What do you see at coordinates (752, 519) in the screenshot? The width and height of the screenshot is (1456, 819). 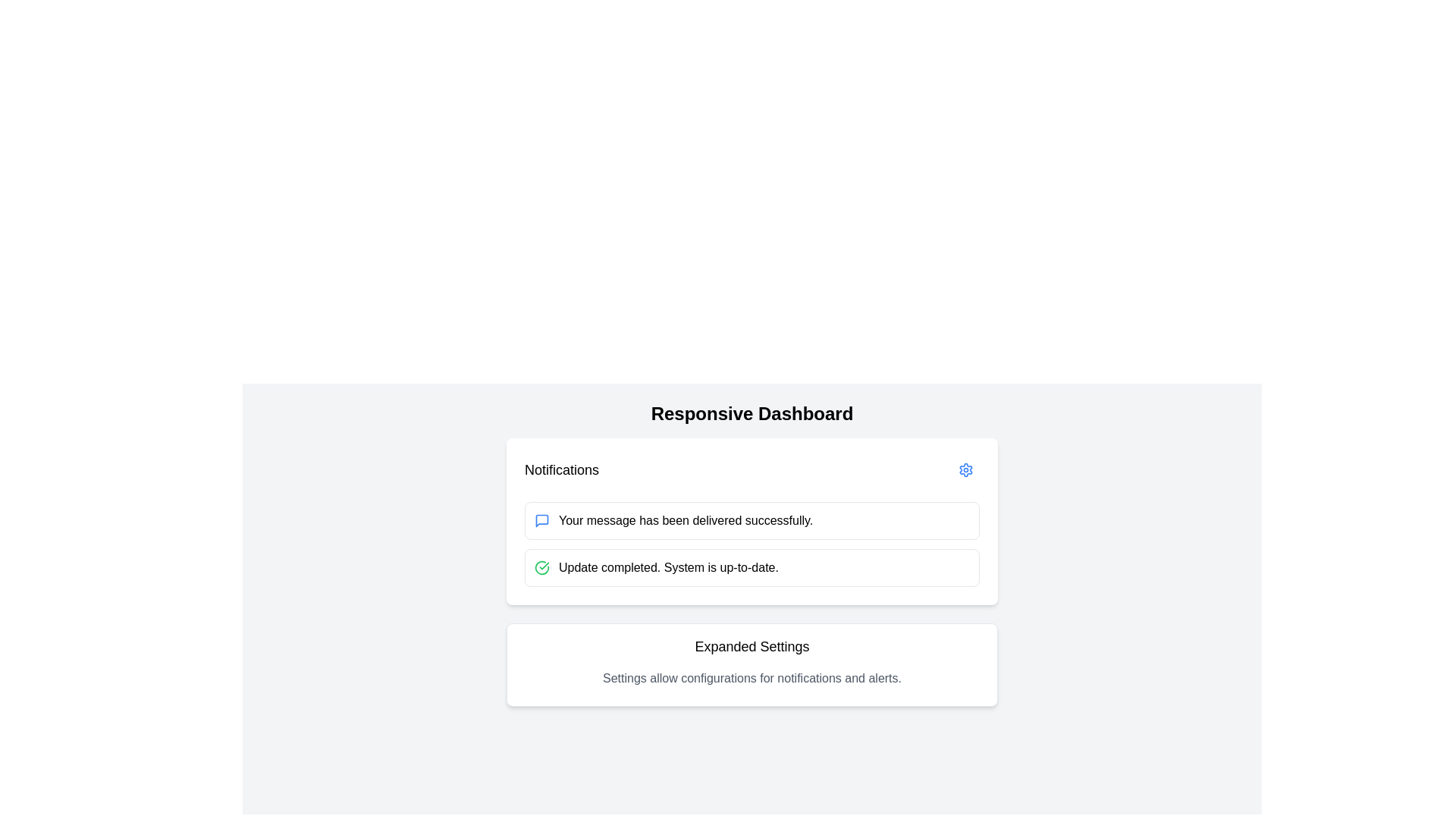 I see `the first notification in the Notifications section that indicates a successful message delivery` at bounding box center [752, 519].